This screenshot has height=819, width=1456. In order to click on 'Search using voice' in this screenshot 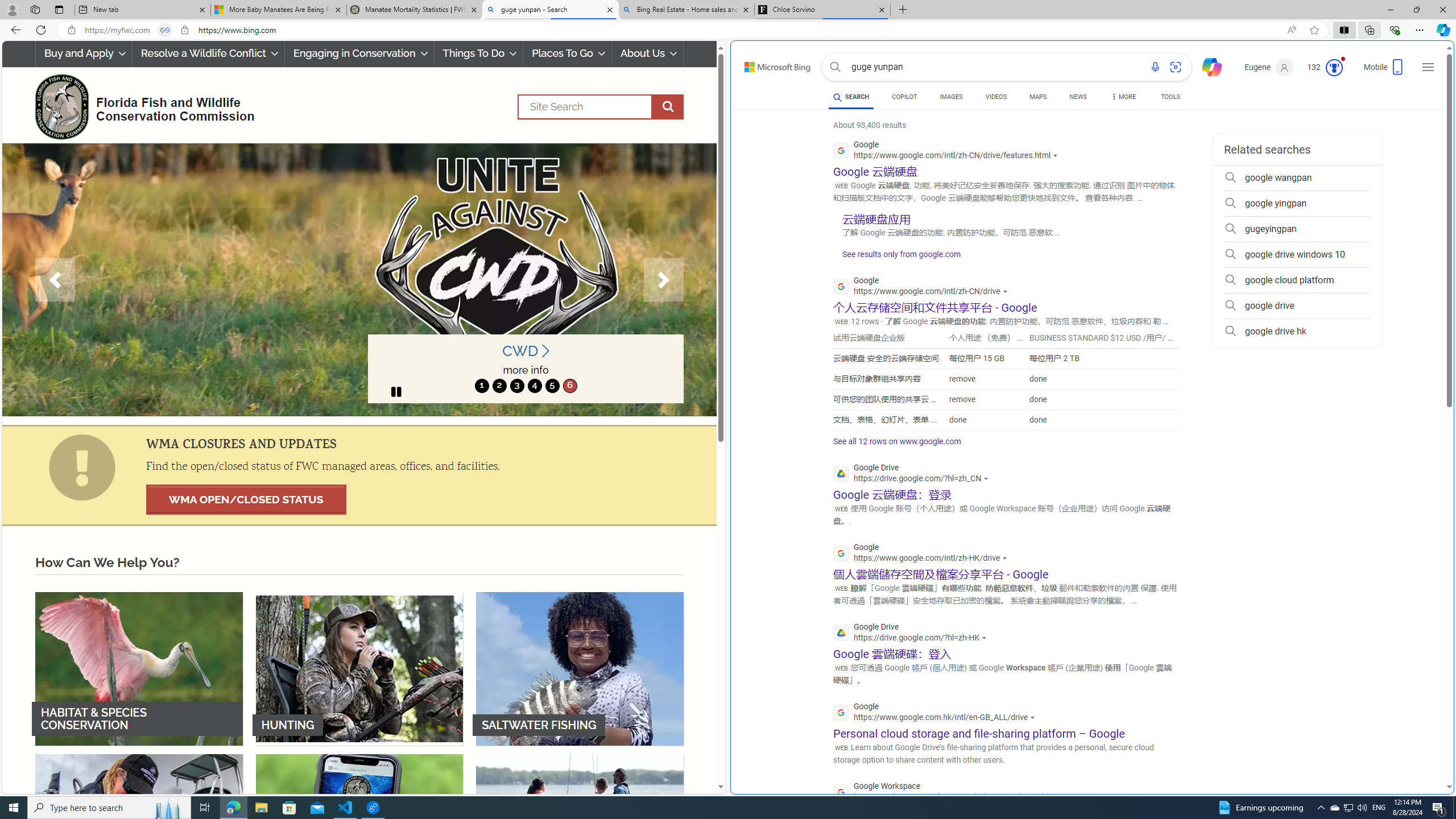, I will do `click(1155, 67)`.